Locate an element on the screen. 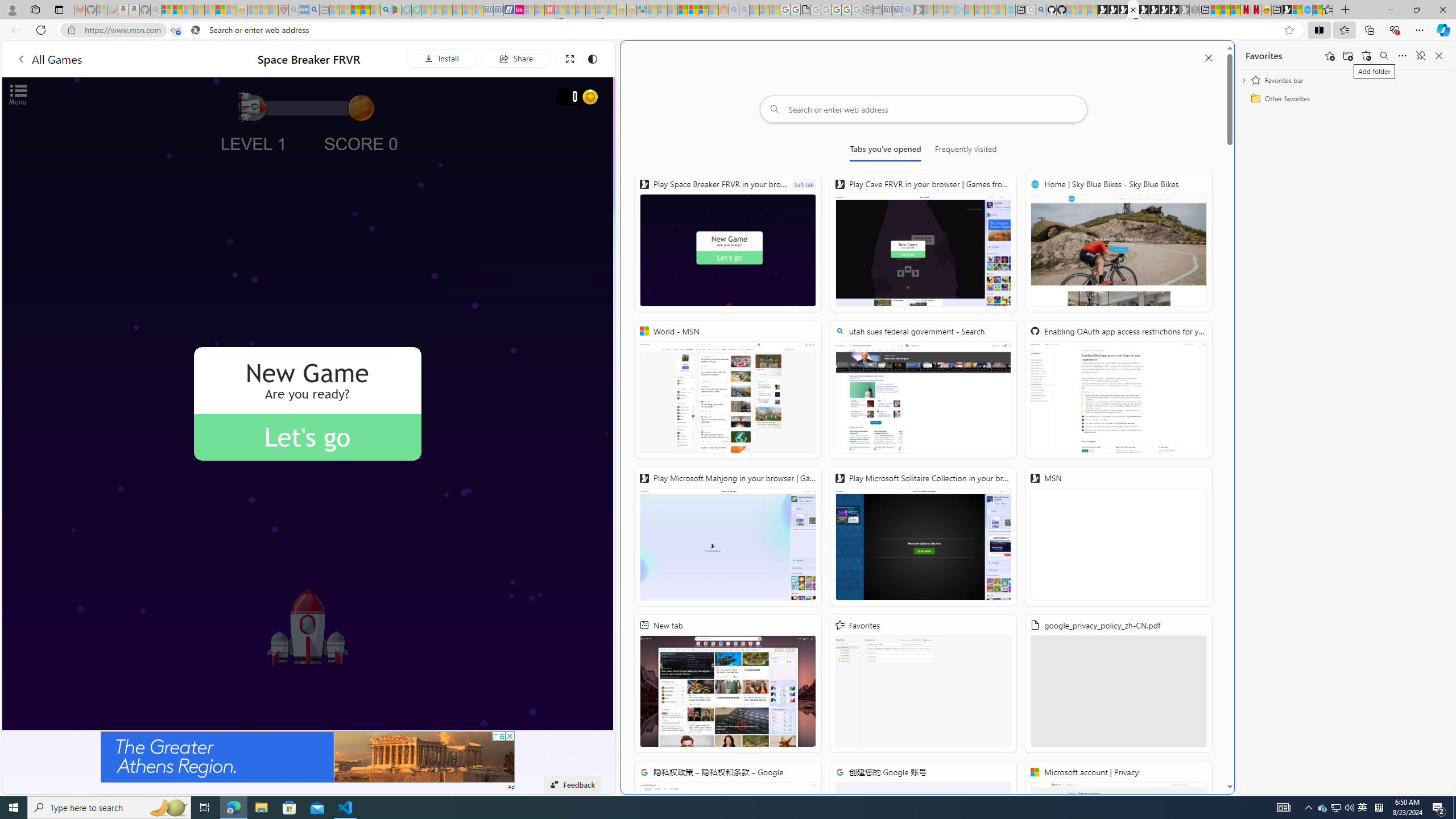  'AutomationID: gameCanvas' is located at coordinates (308, 403).